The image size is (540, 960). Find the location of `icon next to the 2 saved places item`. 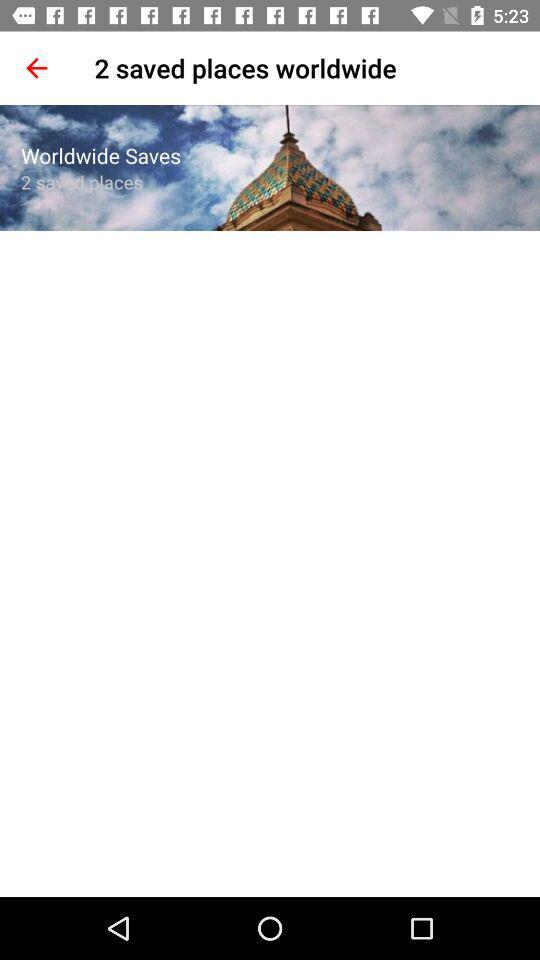

icon next to the 2 saved places item is located at coordinates (36, 68).